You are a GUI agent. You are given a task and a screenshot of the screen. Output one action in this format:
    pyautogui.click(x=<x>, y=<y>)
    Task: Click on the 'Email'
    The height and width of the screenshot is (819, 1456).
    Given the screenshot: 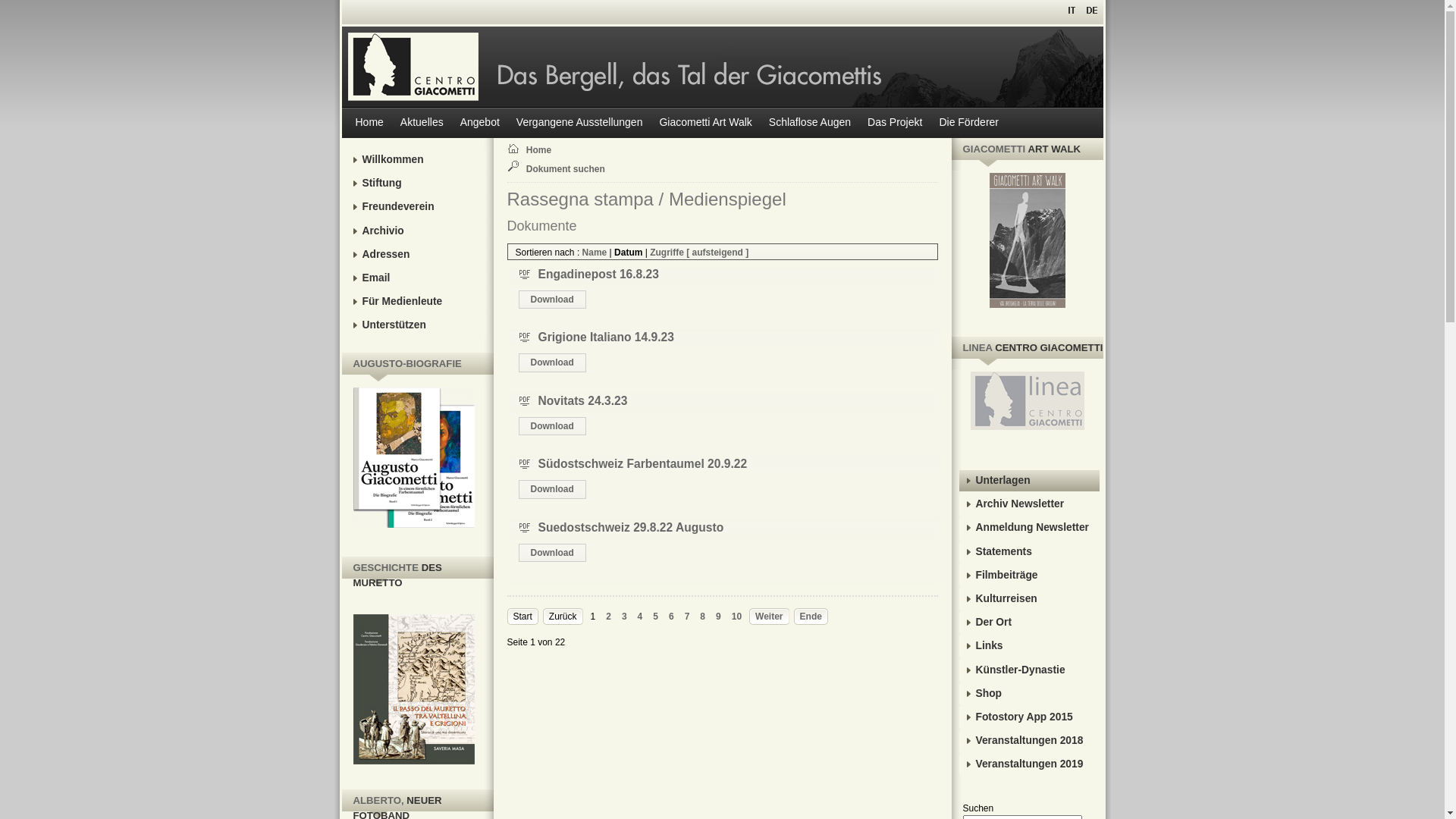 What is the action you would take?
    pyautogui.click(x=416, y=278)
    